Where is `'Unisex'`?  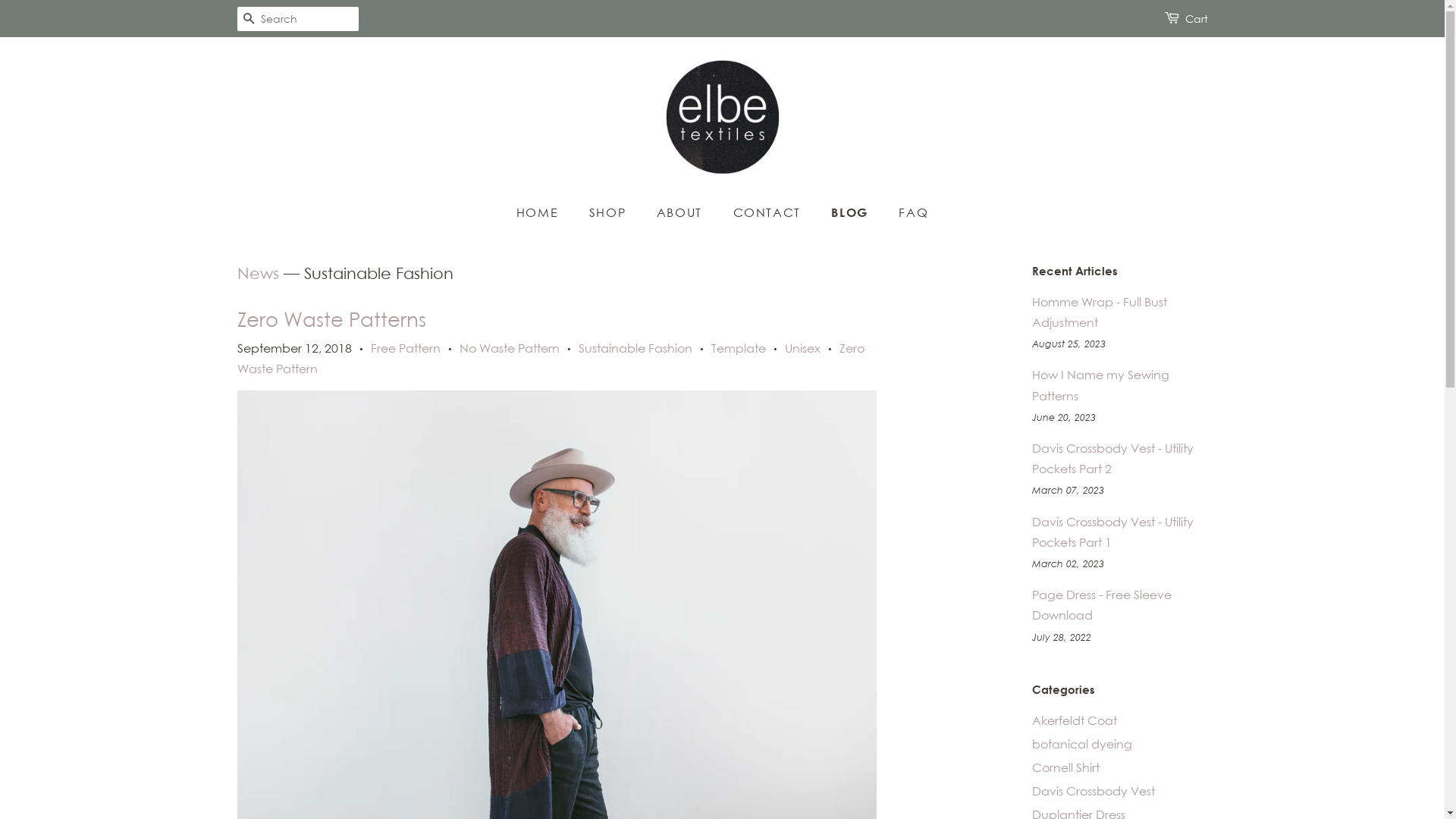
'Unisex' is located at coordinates (801, 348).